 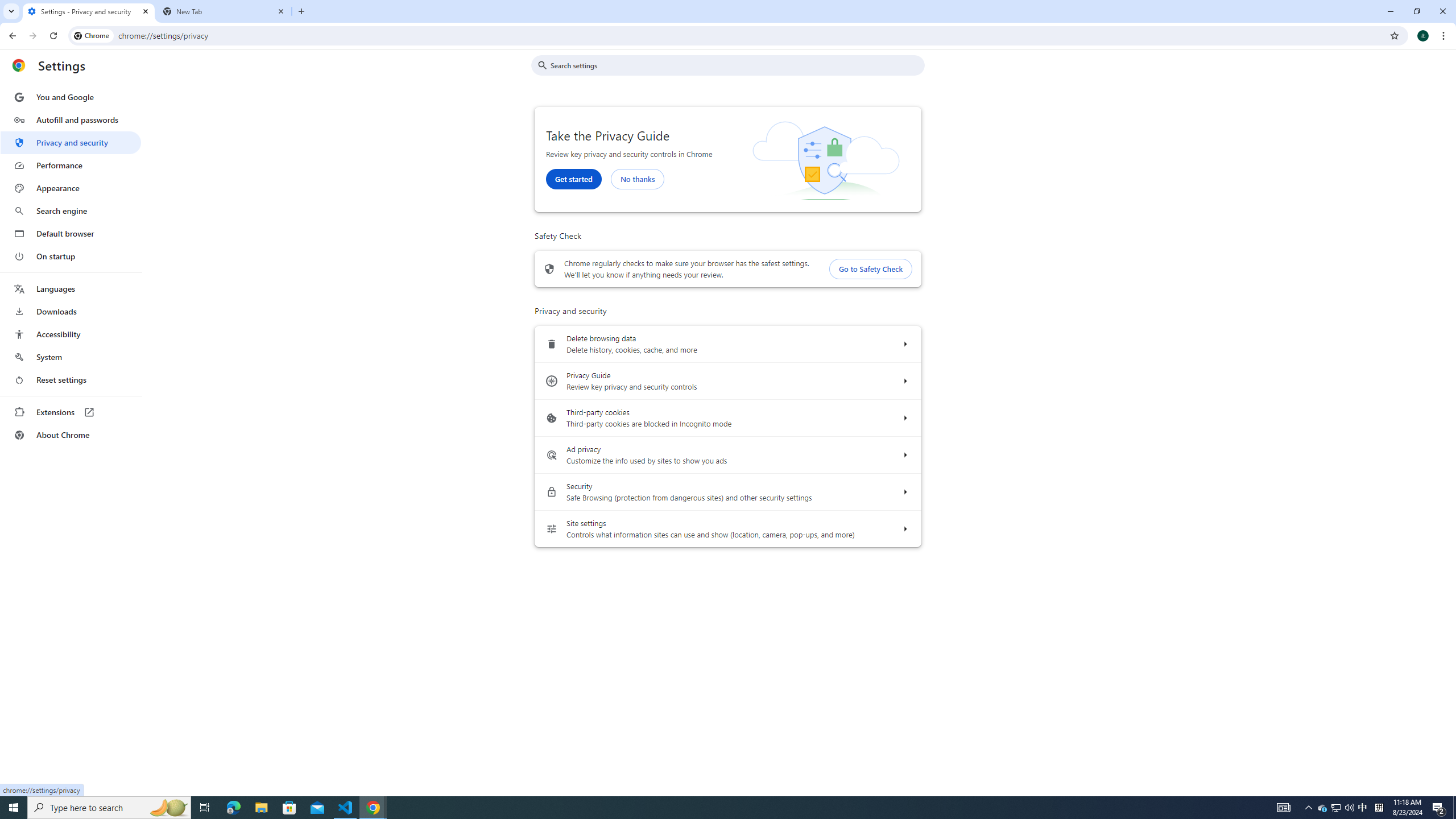 What do you see at coordinates (88, 11) in the screenshot?
I see `'Settings - Privacy and security'` at bounding box center [88, 11].